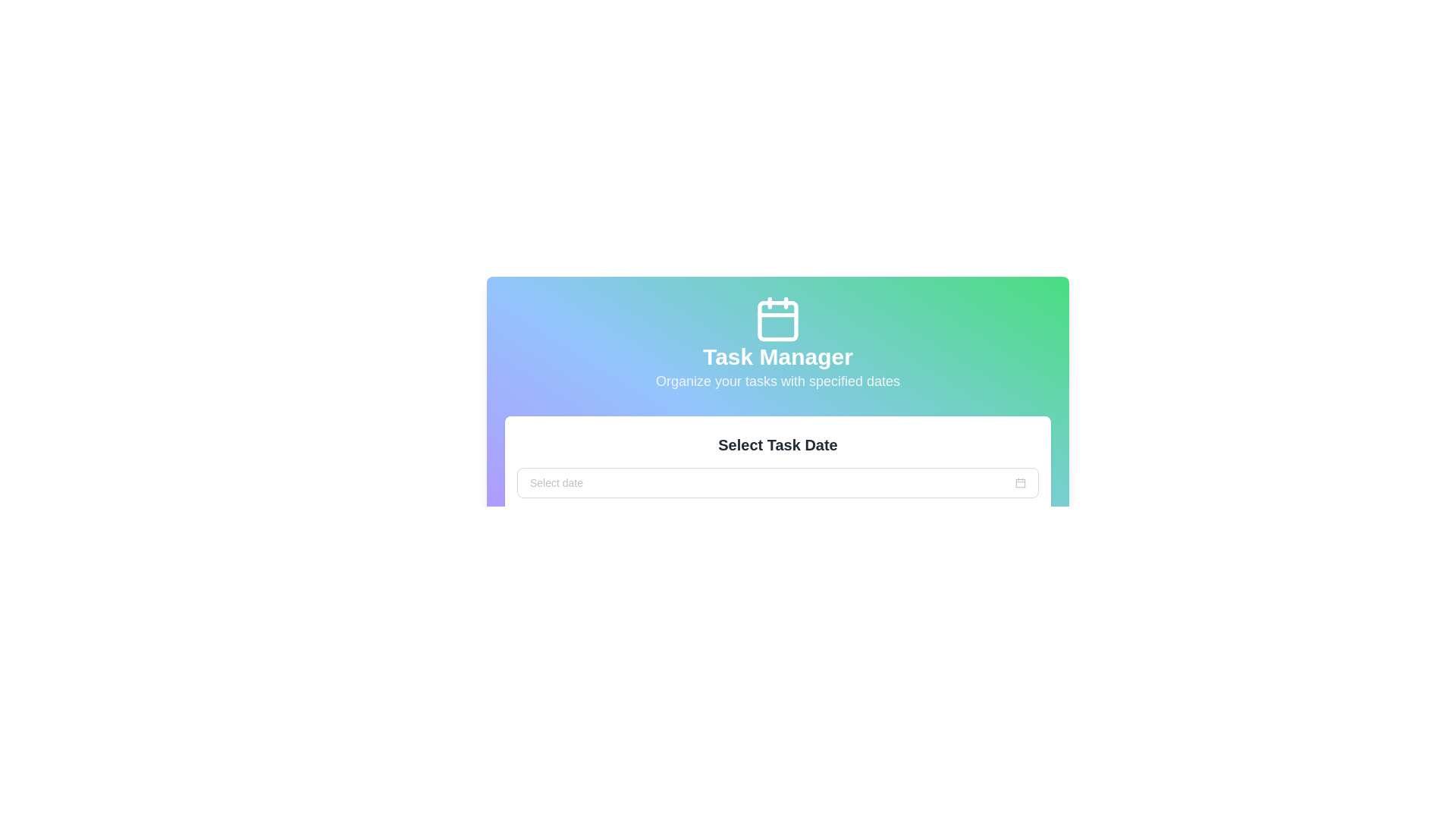  I want to click on text from the header Text Label located at the top of the white panel, which clarifies the purpose of the following components related to selecting a task date, so click(778, 444).